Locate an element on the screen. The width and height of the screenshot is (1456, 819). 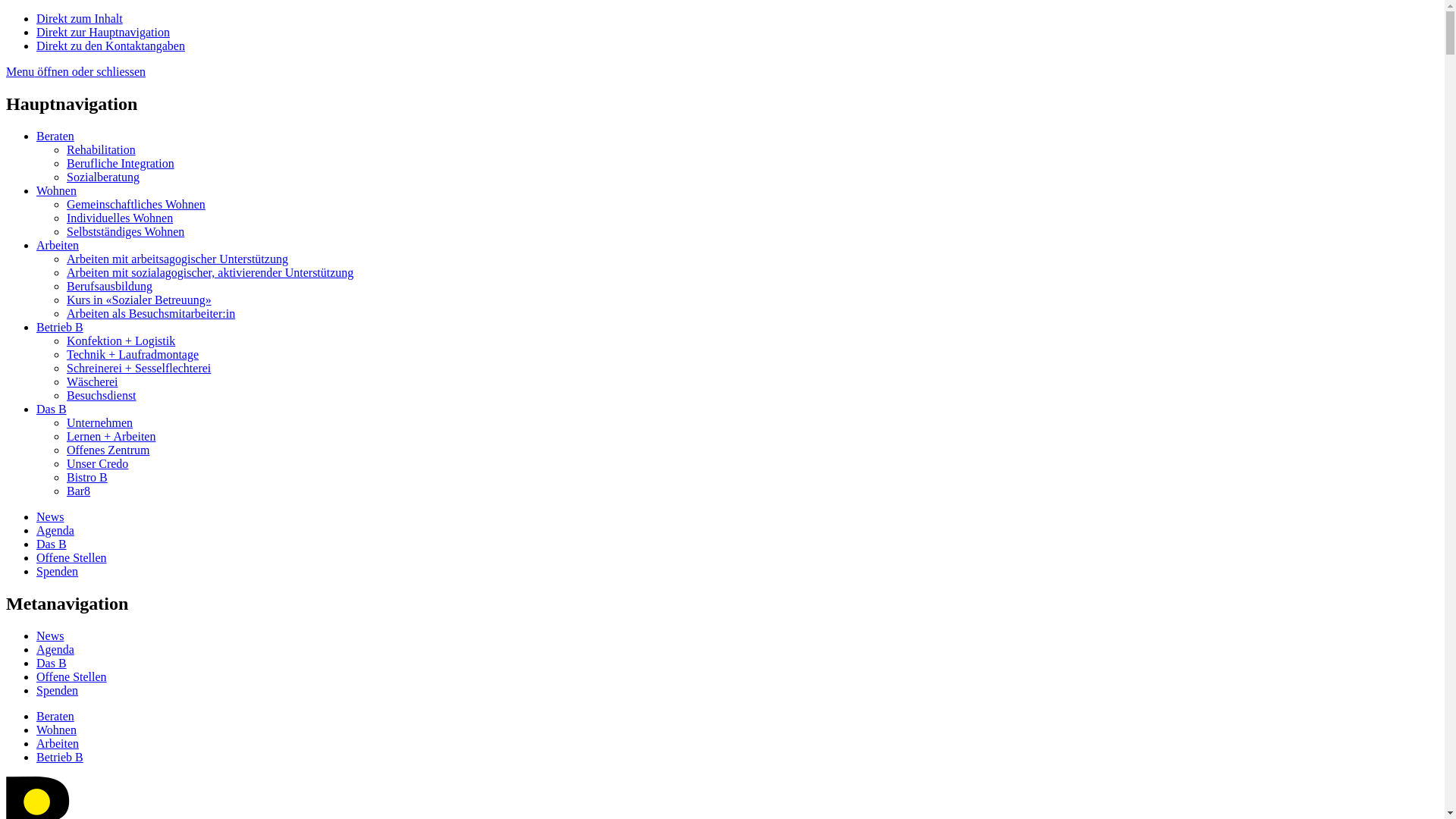
'Sozialberatung' is located at coordinates (102, 176).